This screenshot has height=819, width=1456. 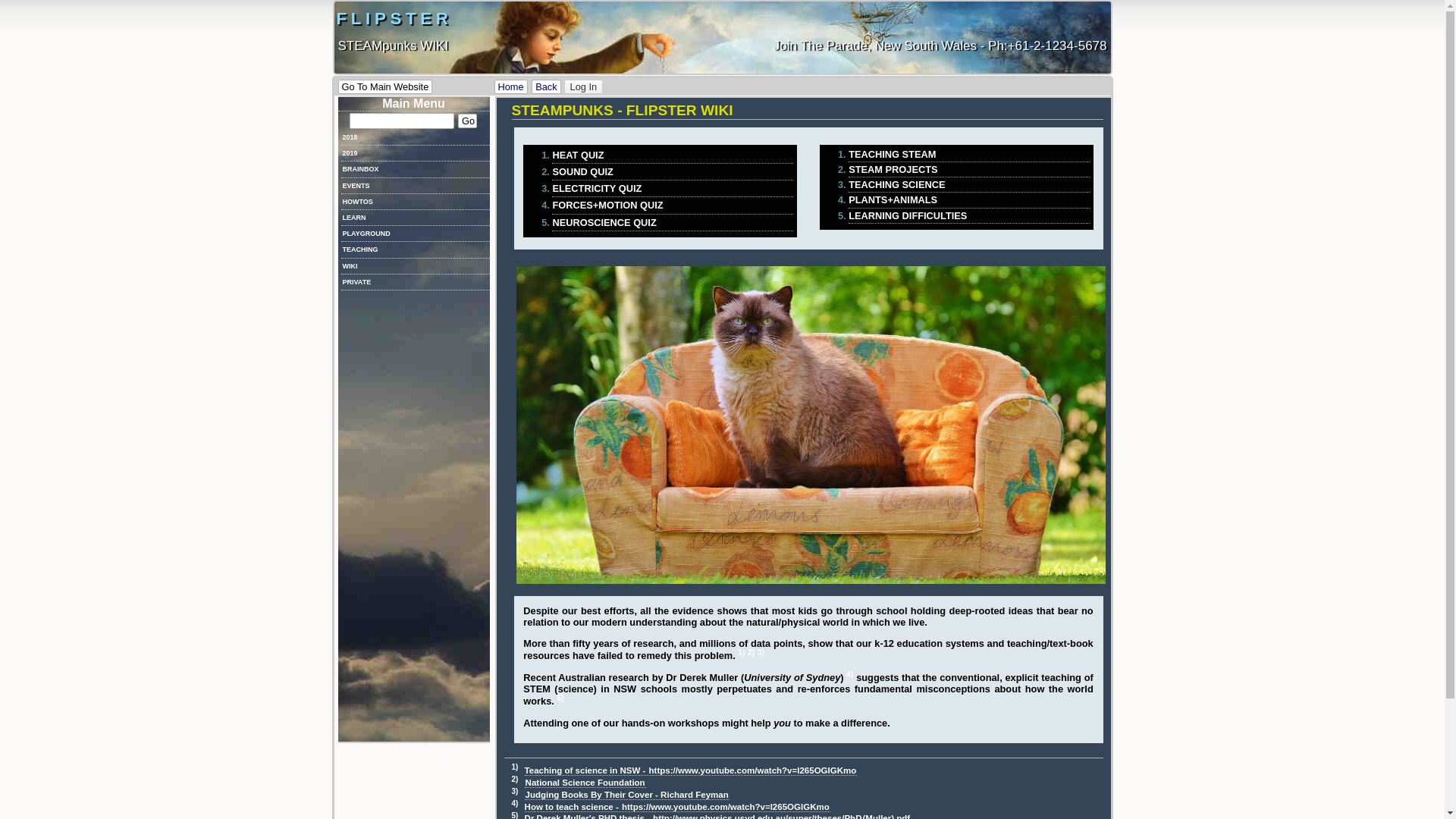 I want to click on 'FORCES+MOTION QUIZ', so click(x=671, y=205).